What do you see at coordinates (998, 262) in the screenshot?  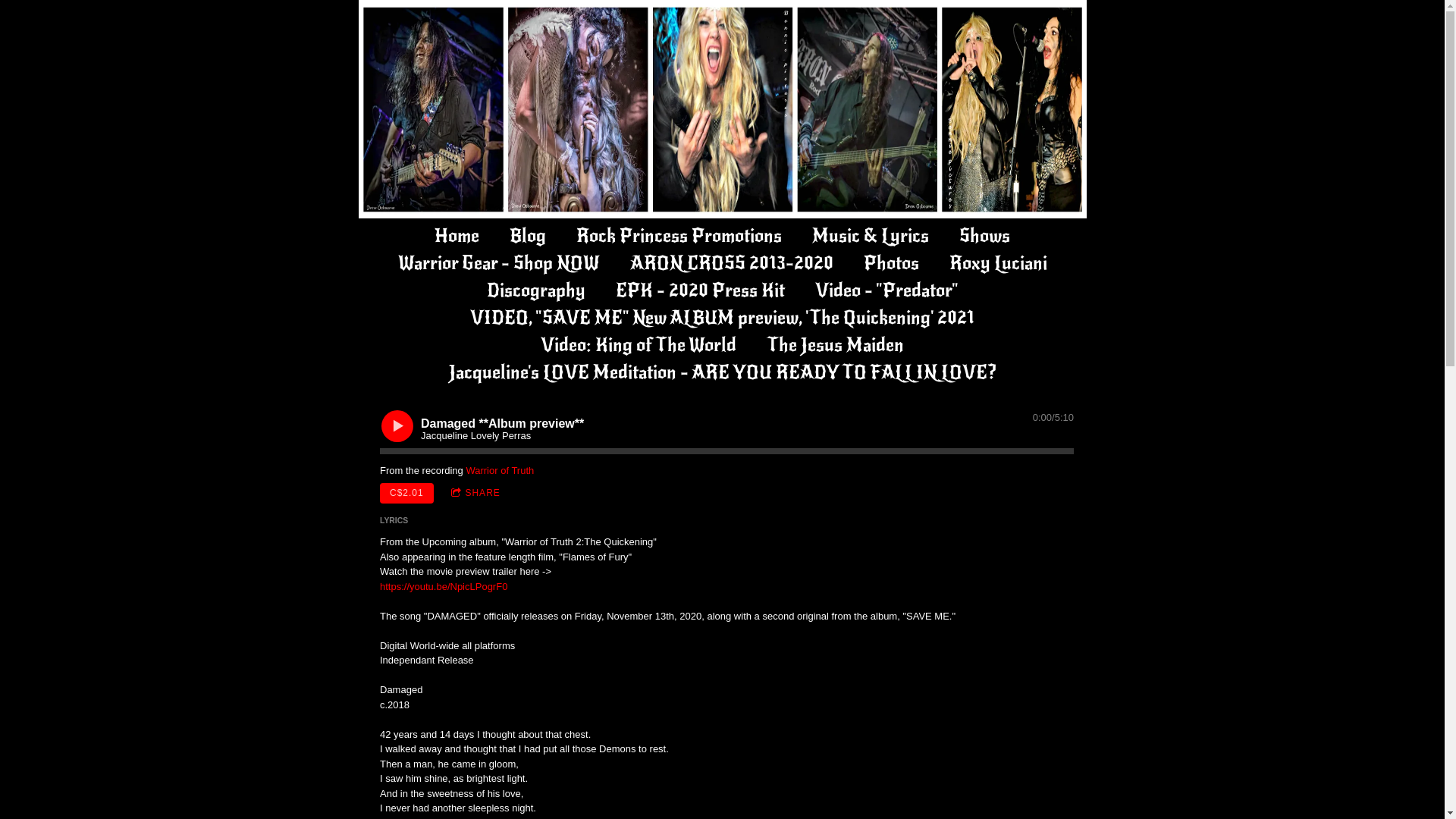 I see `'Roxy Luciani'` at bounding box center [998, 262].